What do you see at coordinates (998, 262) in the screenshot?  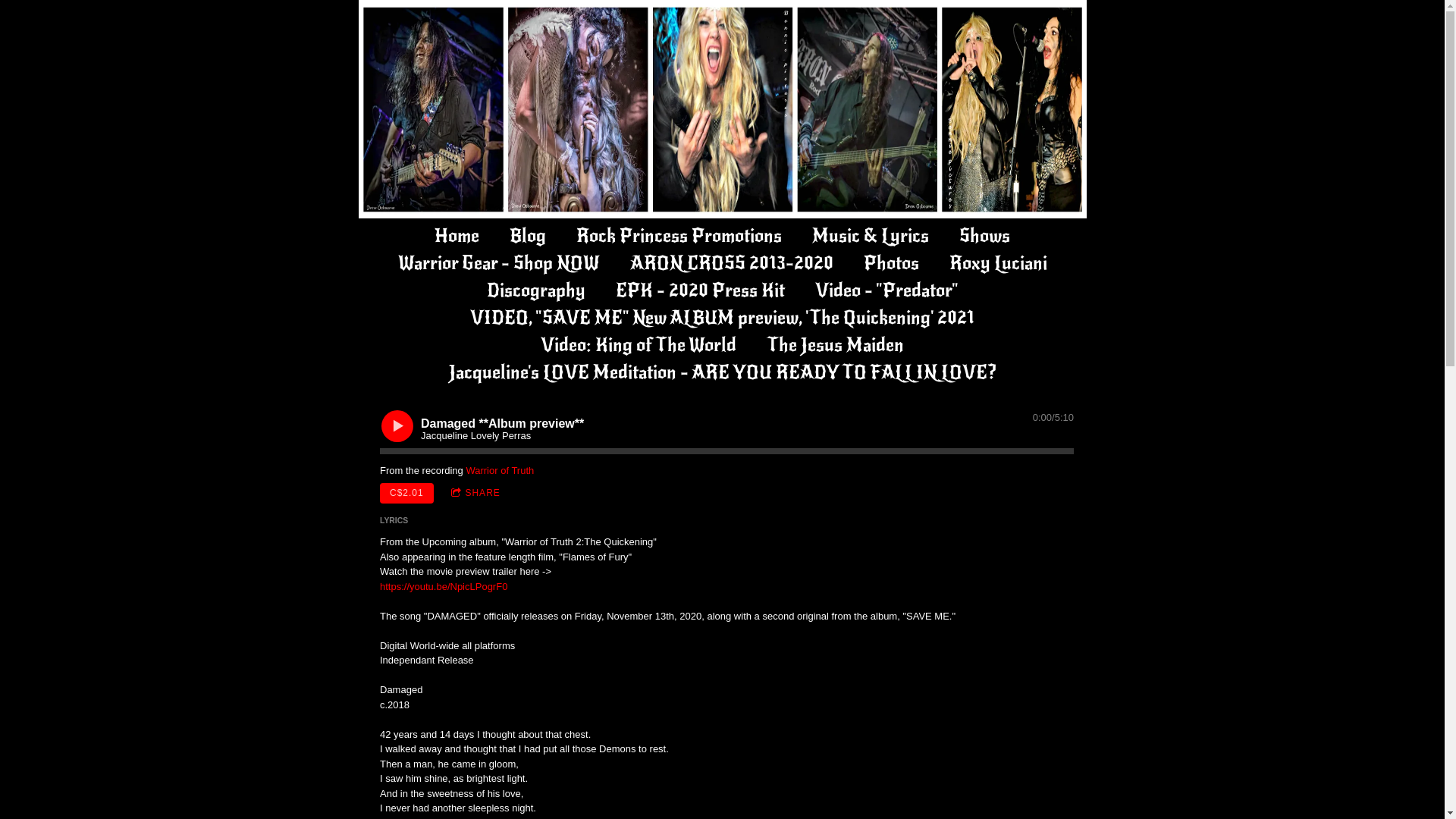 I see `'Roxy Luciani'` at bounding box center [998, 262].